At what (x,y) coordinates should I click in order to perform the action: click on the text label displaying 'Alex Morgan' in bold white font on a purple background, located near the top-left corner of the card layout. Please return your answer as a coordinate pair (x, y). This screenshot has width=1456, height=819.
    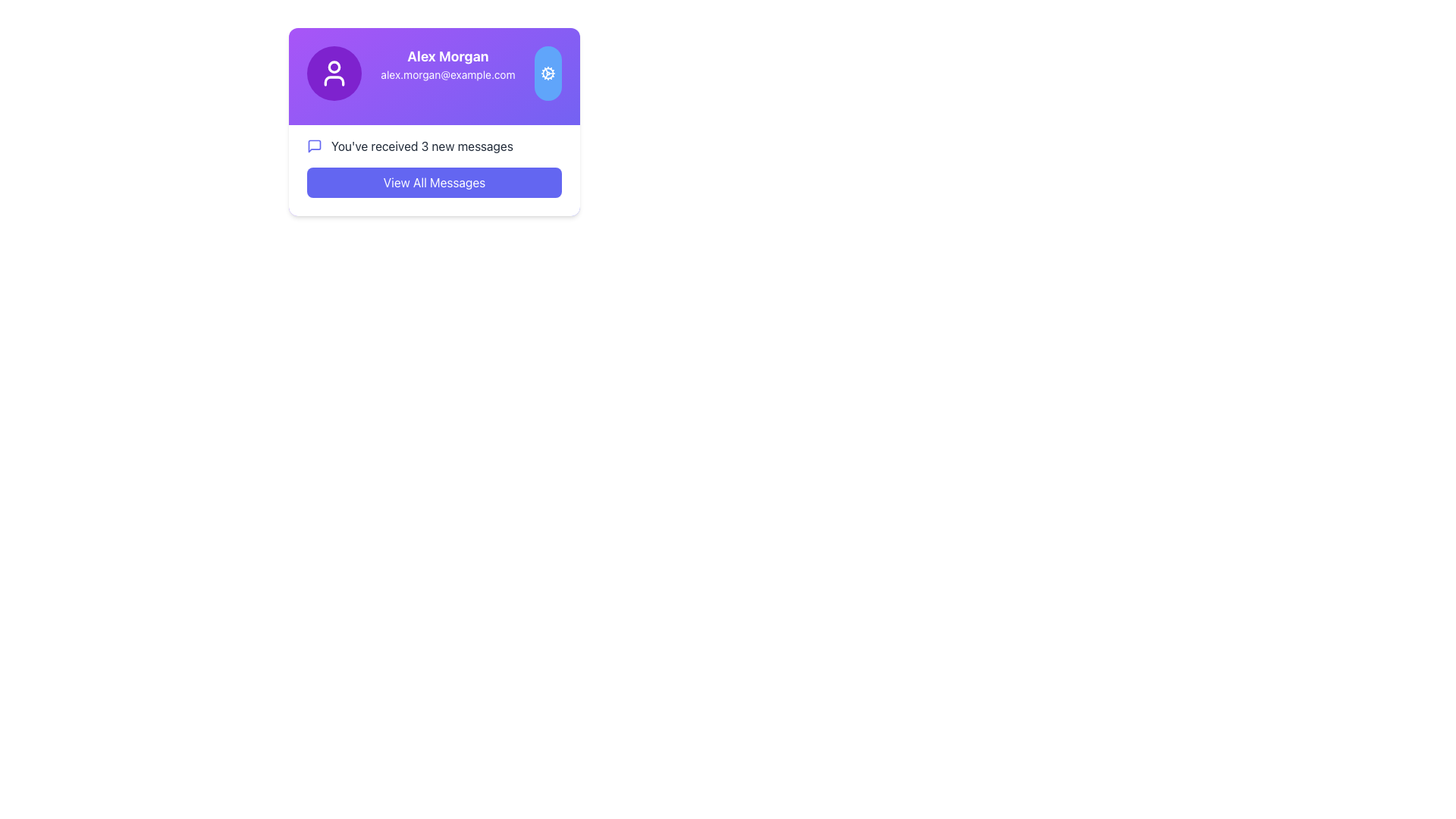
    Looking at the image, I should click on (447, 55).